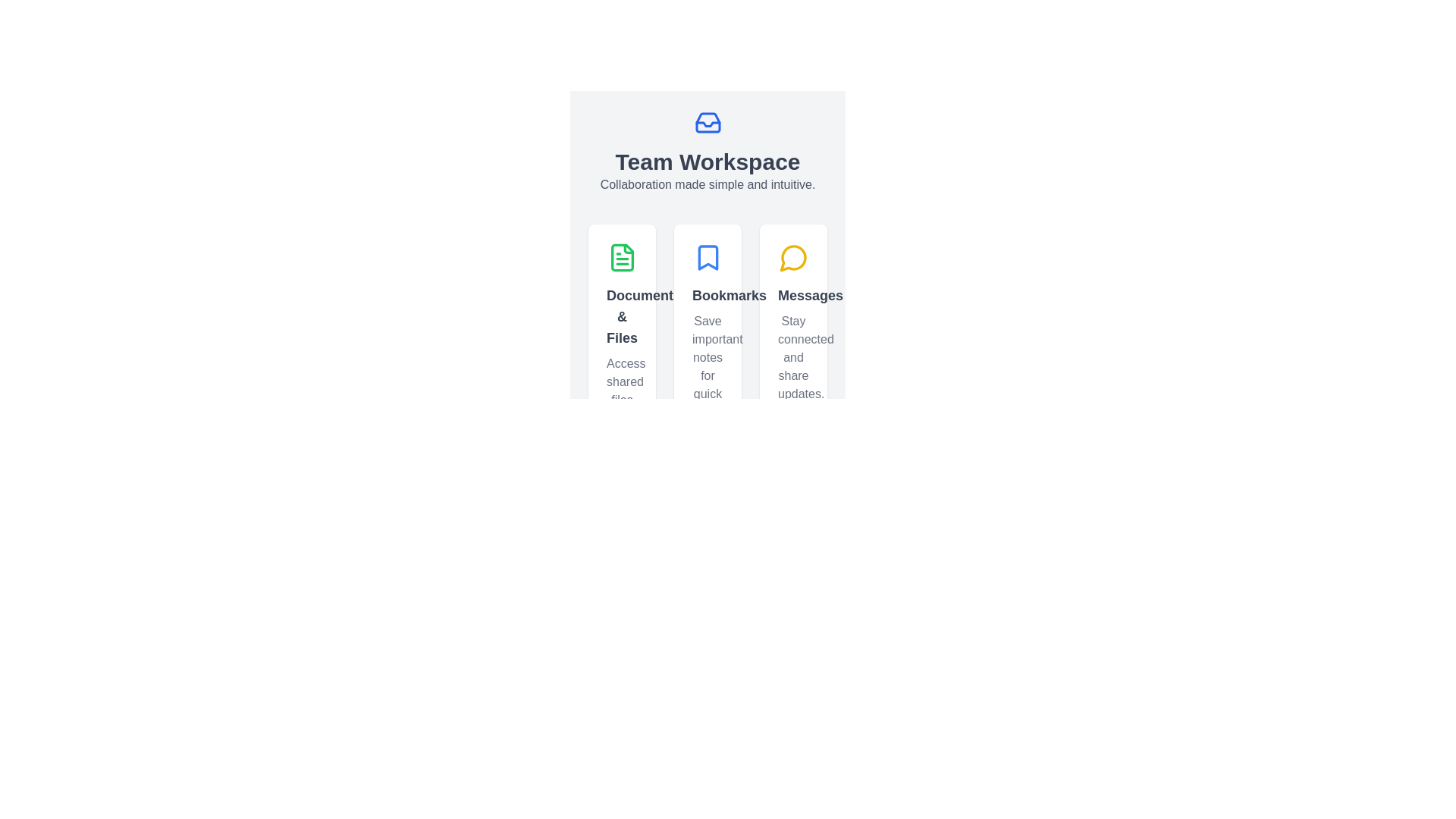  I want to click on the blue stroke inbox-like icon component located near the center-top of the interface, just above the 'Team Workspace' title, so click(707, 122).